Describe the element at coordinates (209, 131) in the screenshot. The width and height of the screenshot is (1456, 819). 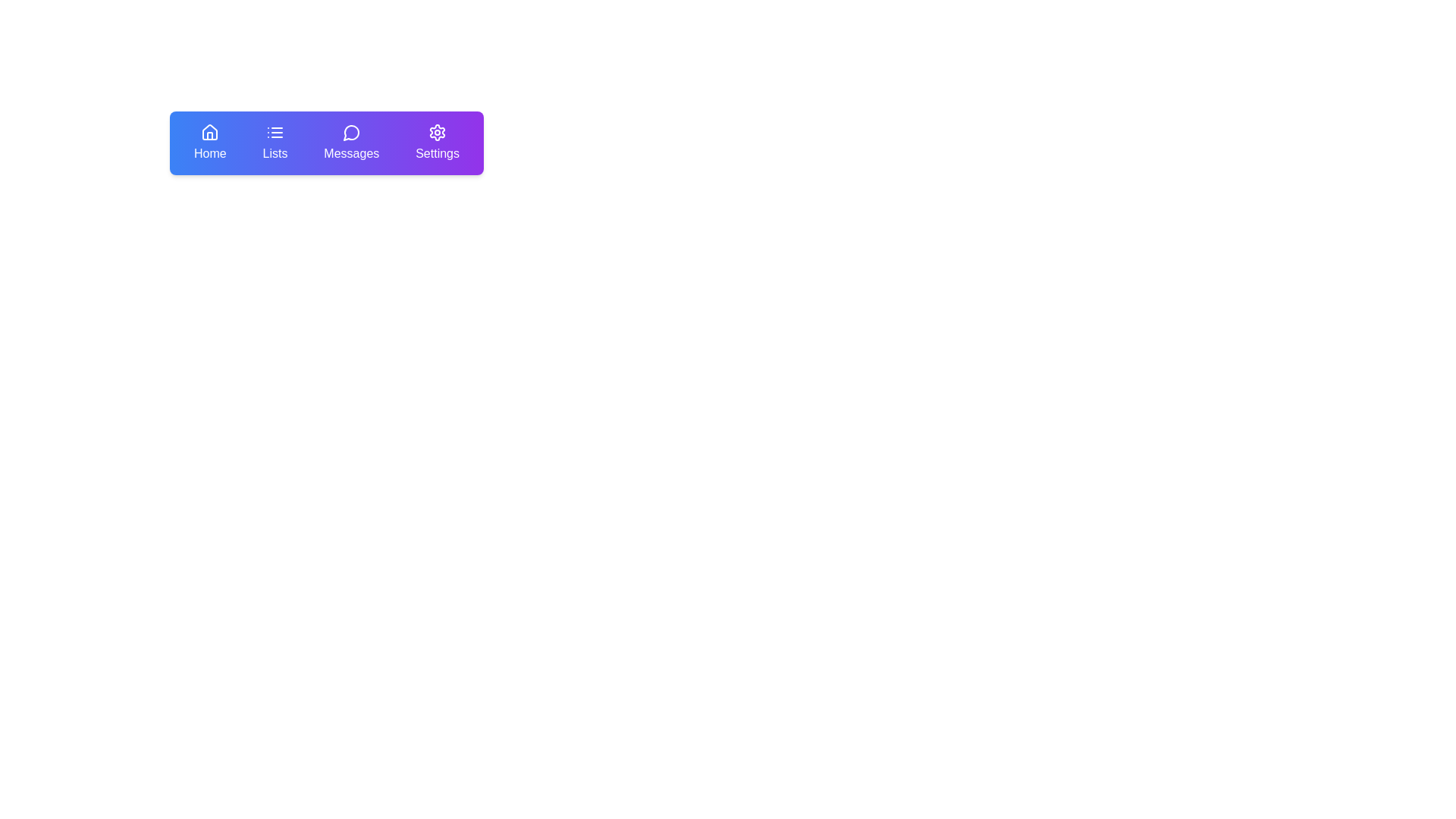
I see `the house-shaped icon` at that location.